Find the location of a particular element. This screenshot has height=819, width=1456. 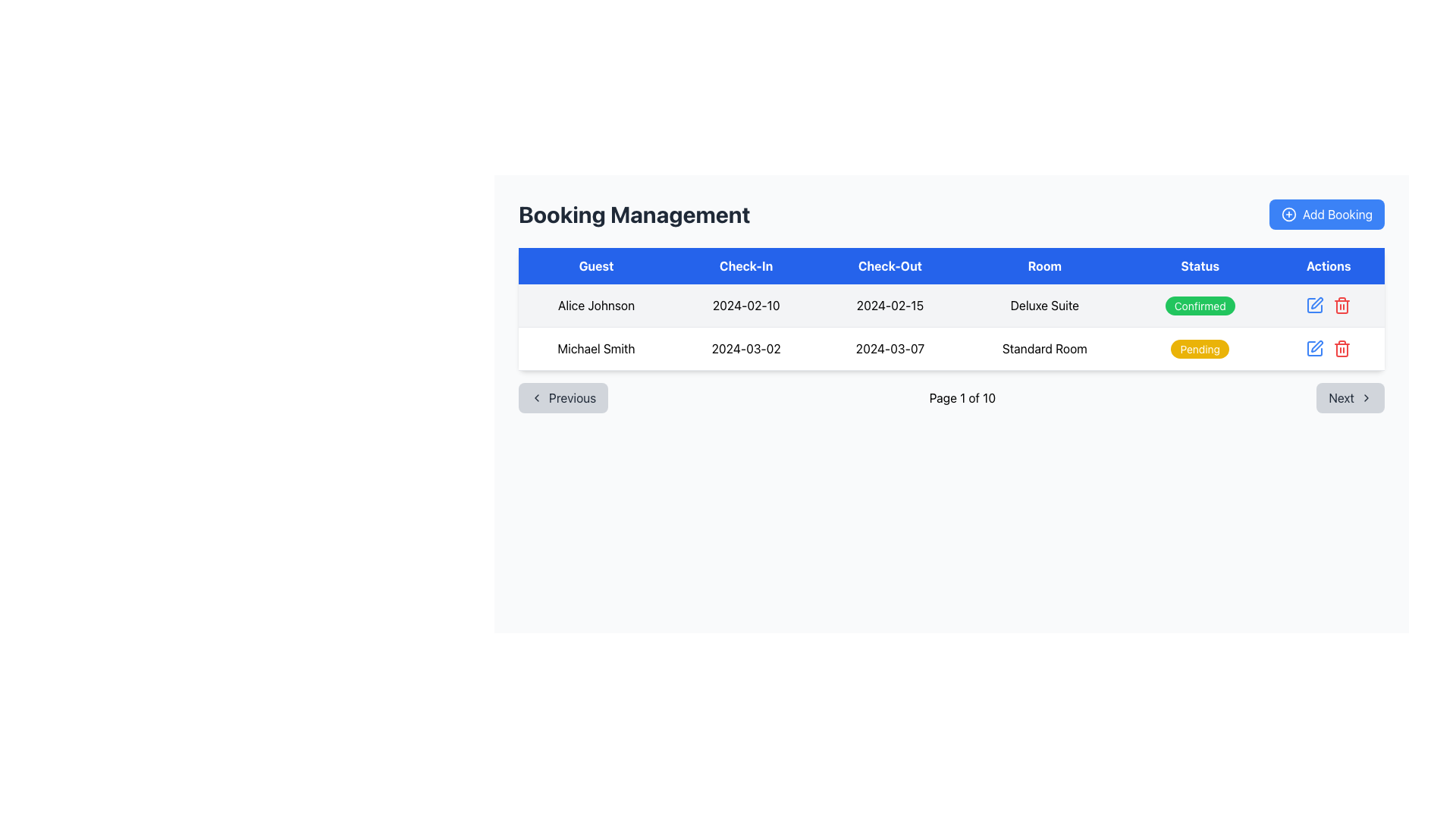

the button located at the bottom-left of the pagination controls is located at coordinates (563, 397).